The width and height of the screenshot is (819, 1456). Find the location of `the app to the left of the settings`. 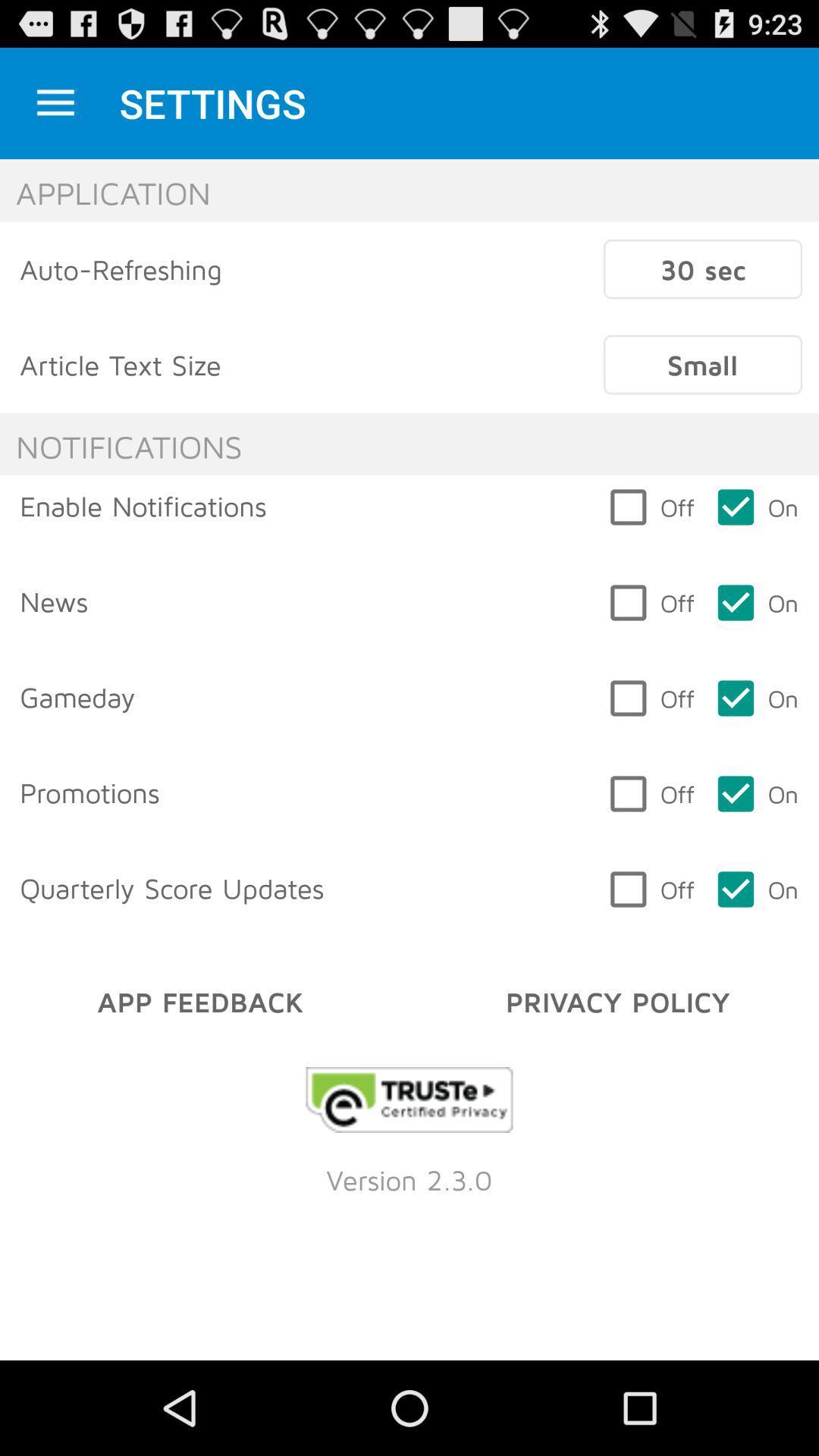

the app to the left of the settings is located at coordinates (55, 102).